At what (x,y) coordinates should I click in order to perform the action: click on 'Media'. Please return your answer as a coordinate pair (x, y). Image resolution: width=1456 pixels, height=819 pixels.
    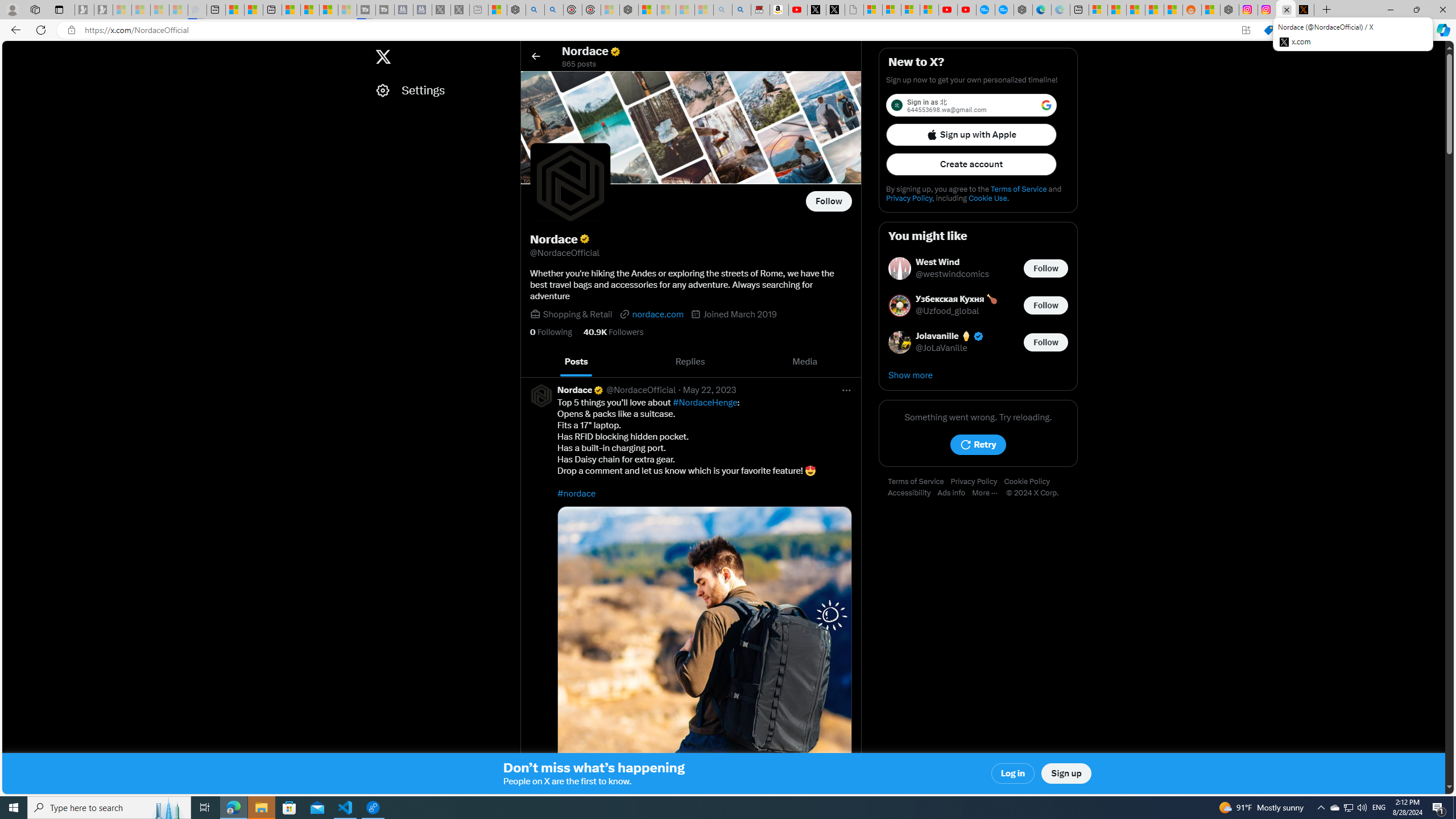
    Looking at the image, I should click on (804, 361).